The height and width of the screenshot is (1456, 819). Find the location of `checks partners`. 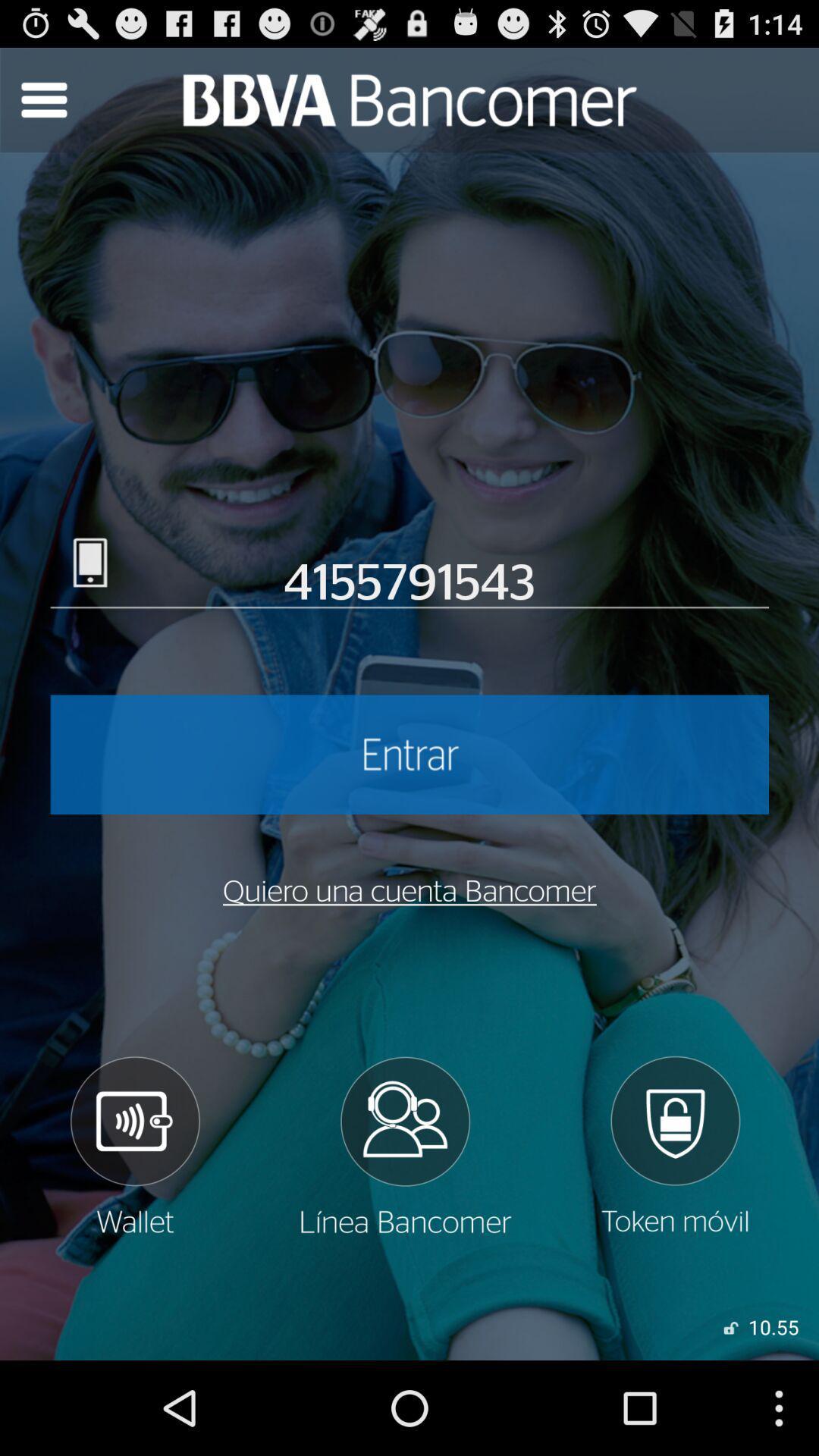

checks partners is located at coordinates (403, 1146).